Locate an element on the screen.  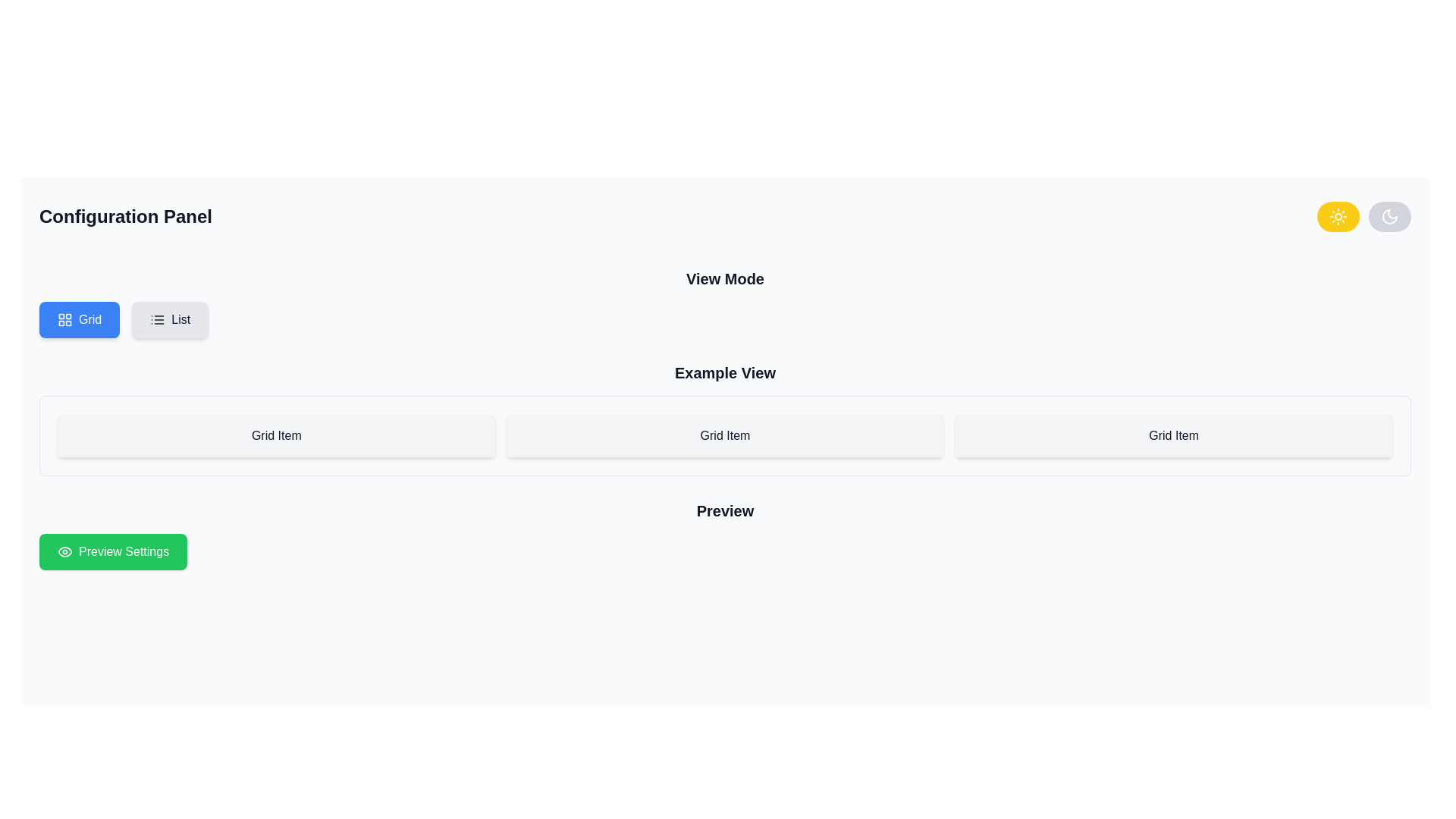
the white moon icon with a crescent detail located in the top-right area of the UI is located at coordinates (1390, 216).